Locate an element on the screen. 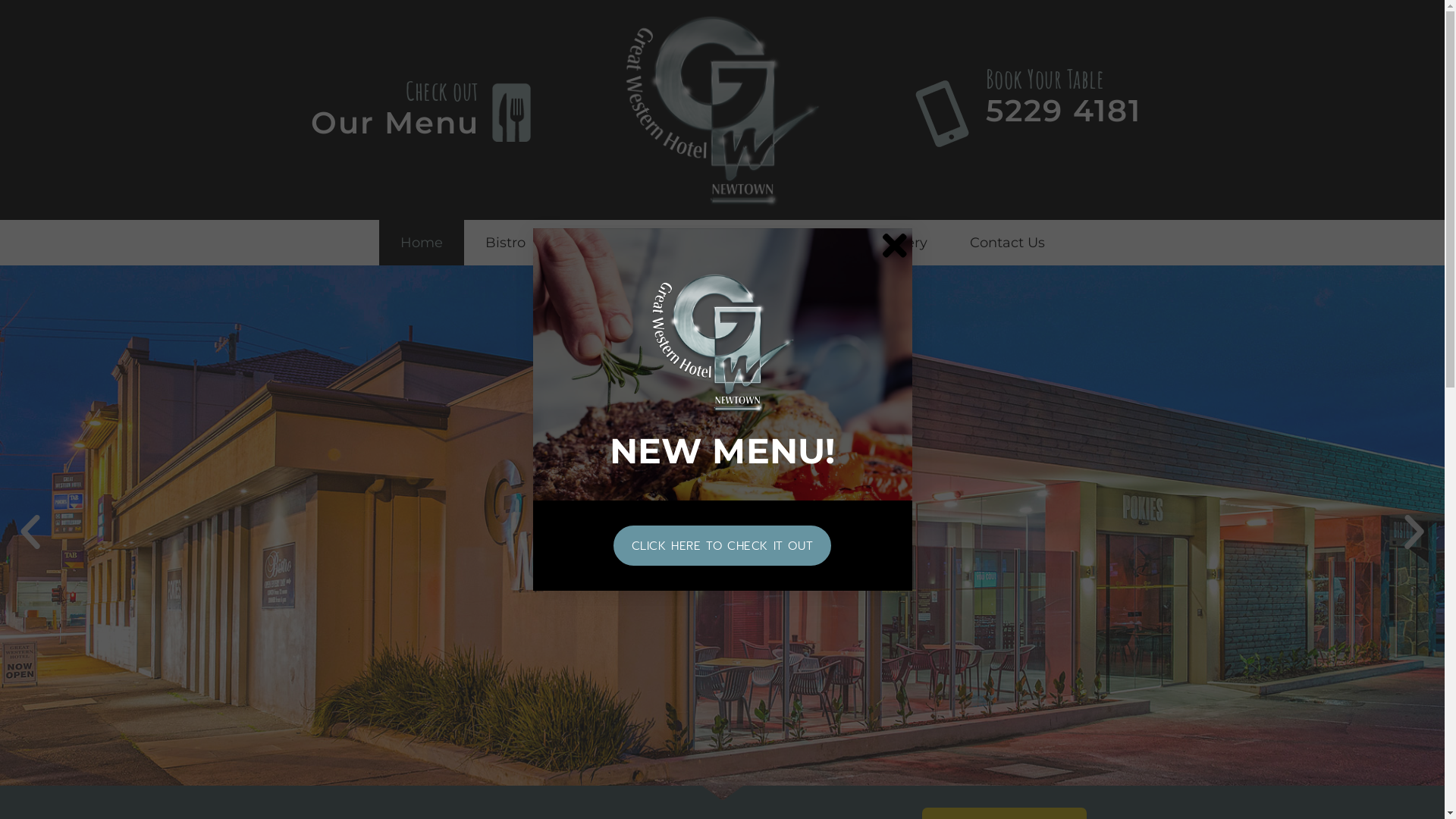 The height and width of the screenshot is (819, 1456). 'Bottle Shop' is located at coordinates (735, 242).